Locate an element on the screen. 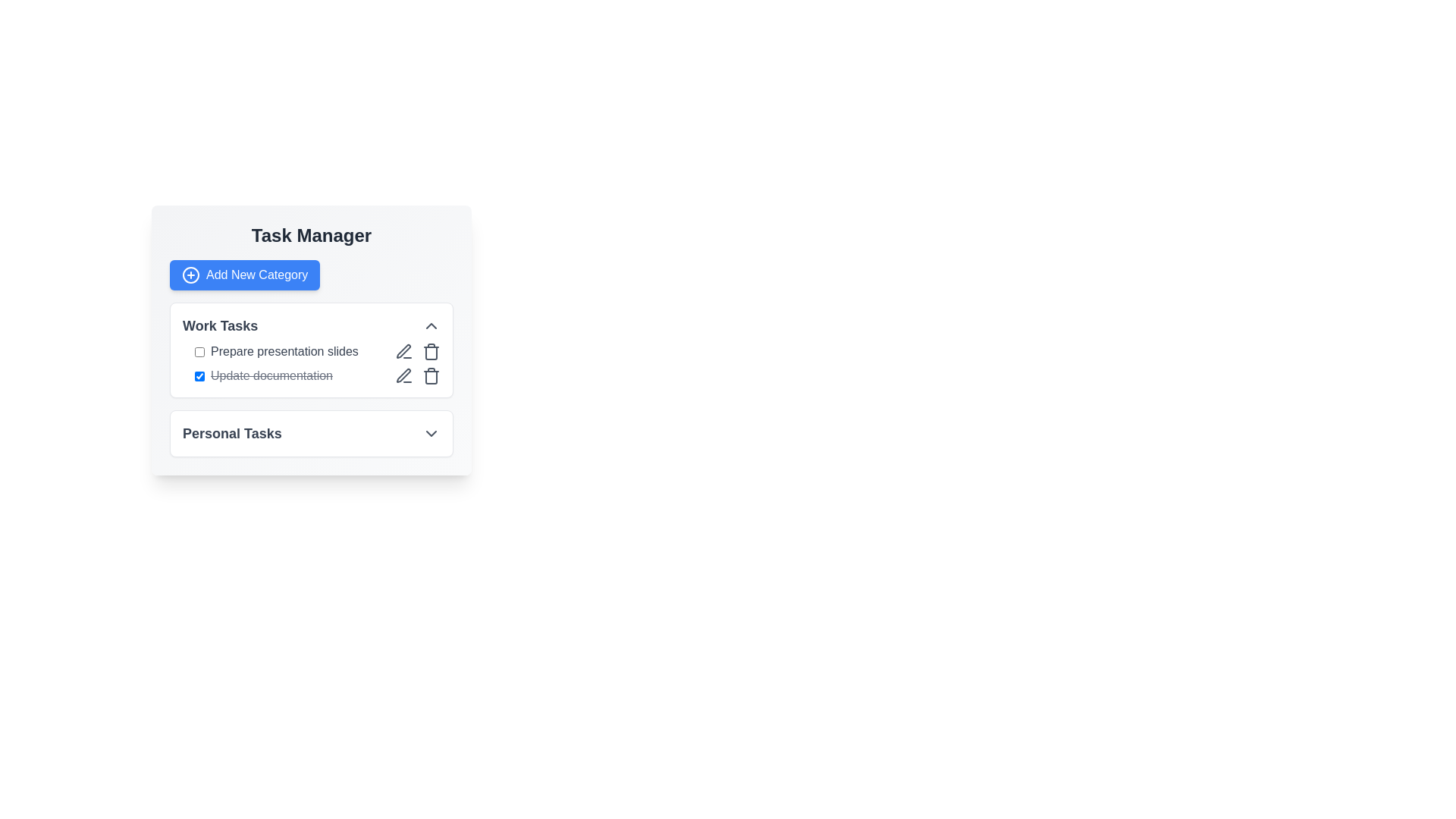 The image size is (1456, 819). the pen icon button in the 'Work Tasks' section, which is the second icon in a row of three icons is located at coordinates (403, 351).